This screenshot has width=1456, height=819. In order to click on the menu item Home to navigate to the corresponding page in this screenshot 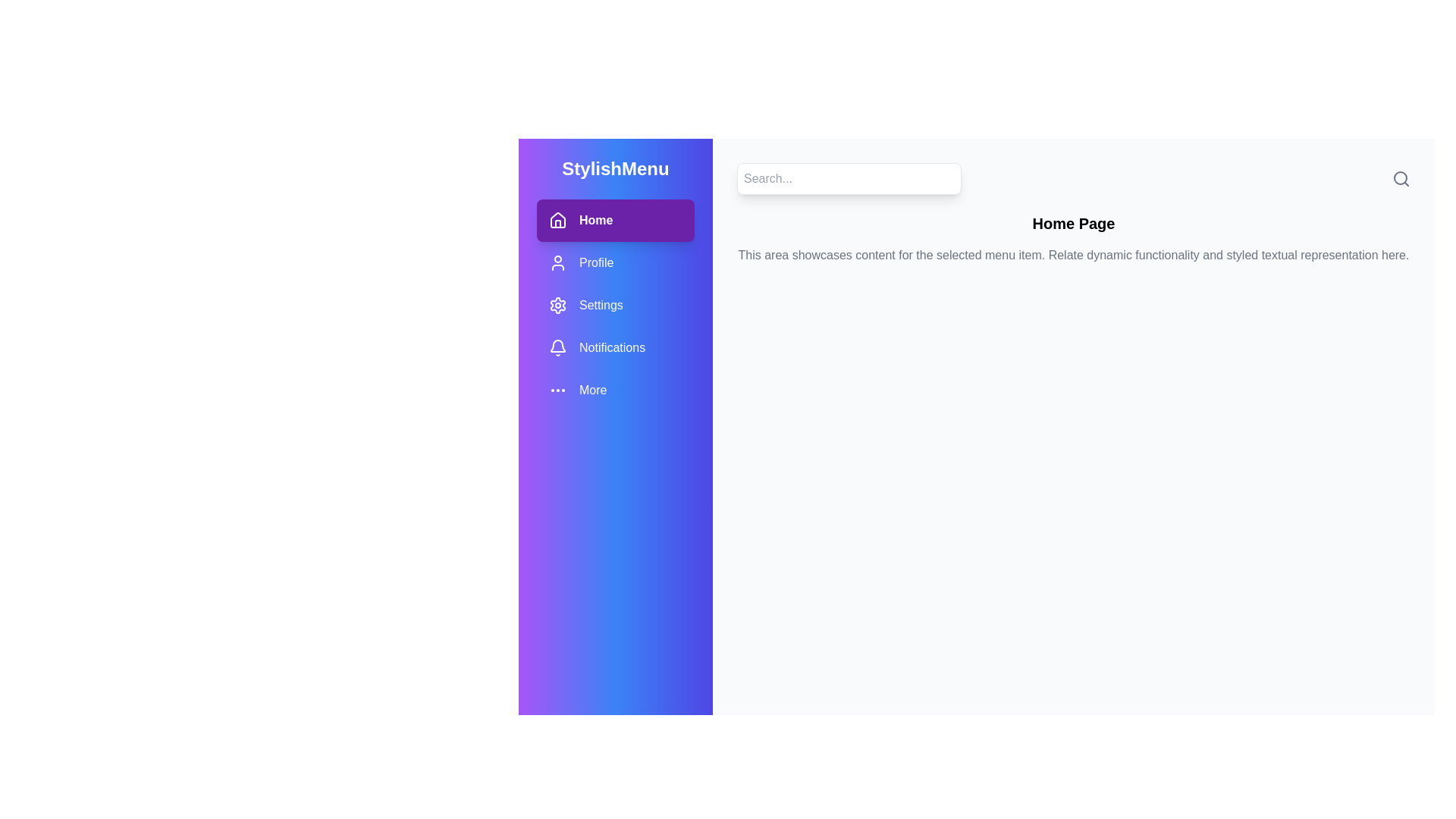, I will do `click(615, 220)`.